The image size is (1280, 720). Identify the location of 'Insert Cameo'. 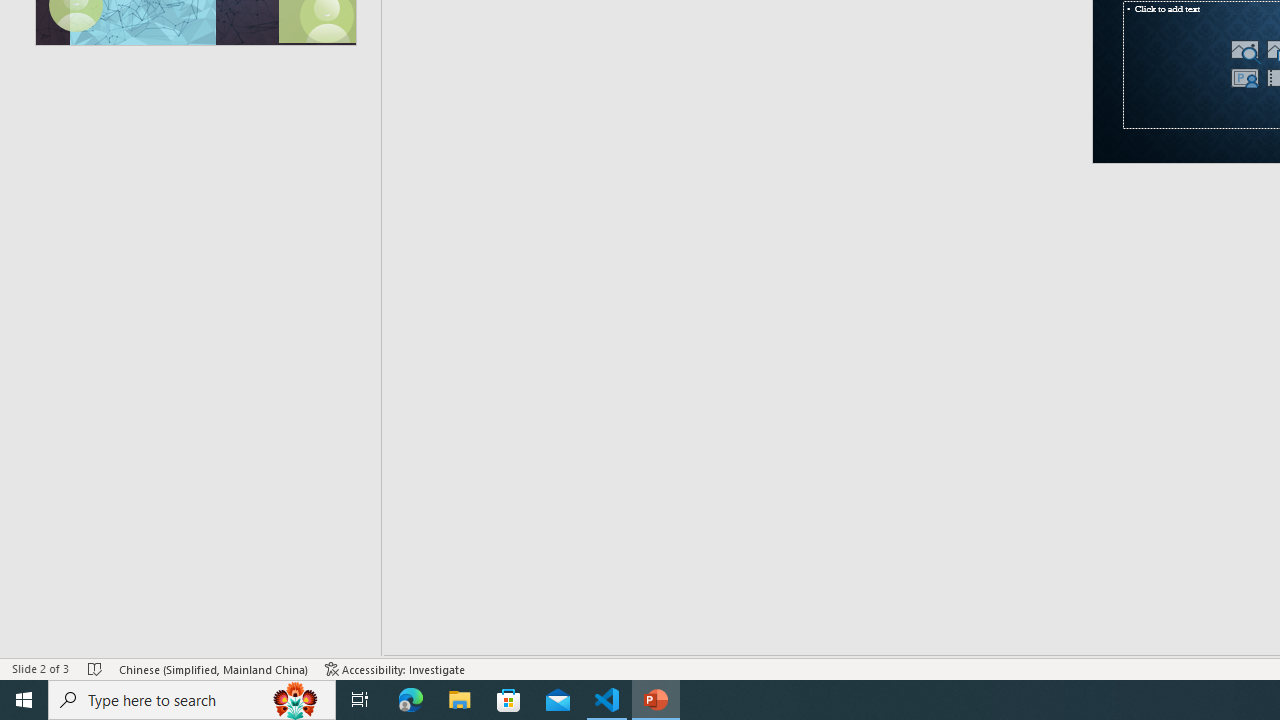
(1243, 77).